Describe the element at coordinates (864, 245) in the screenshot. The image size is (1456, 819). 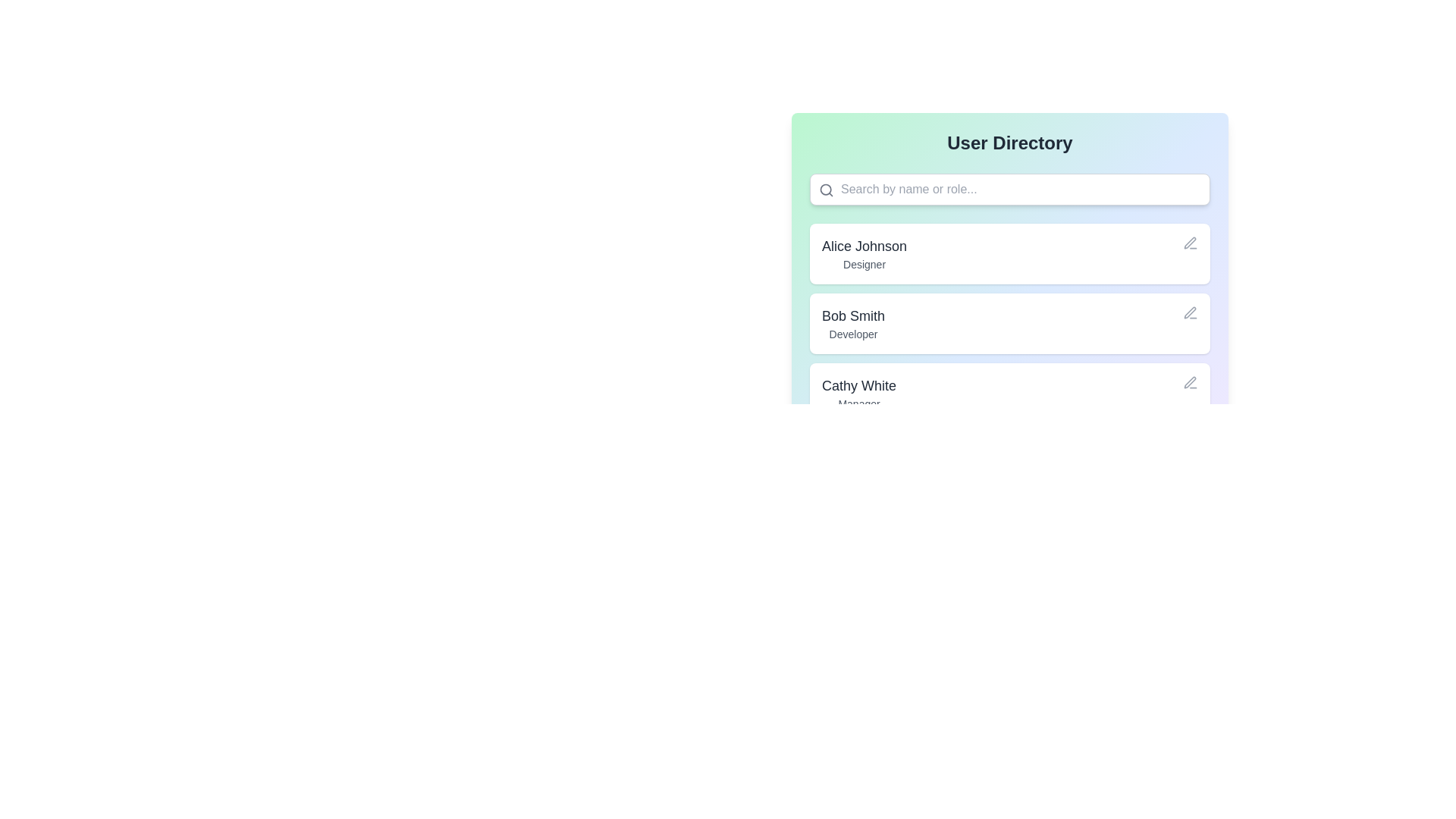
I see `the text label displaying 'Alice Johnson' in the user directory interface, located at the top-left section adjacent to 'Designer'` at that location.